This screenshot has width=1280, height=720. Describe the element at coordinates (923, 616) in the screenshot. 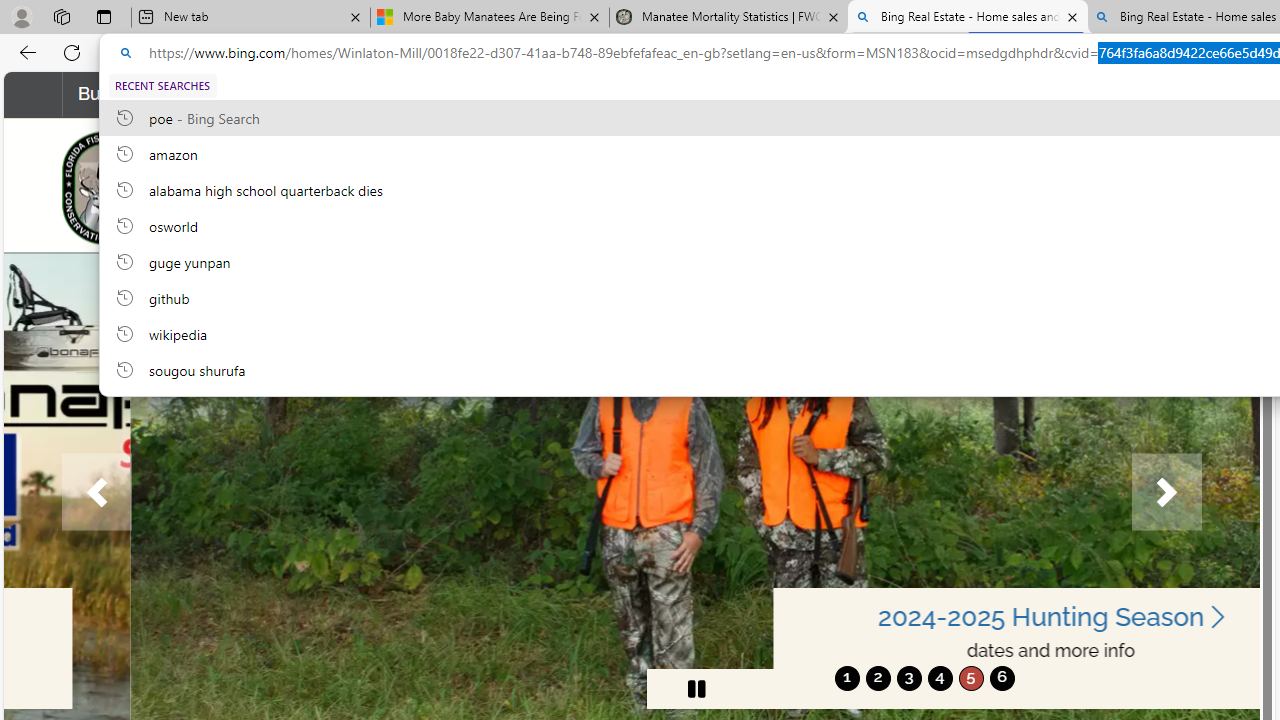

I see `'2024-2025 Hunting Season '` at that location.